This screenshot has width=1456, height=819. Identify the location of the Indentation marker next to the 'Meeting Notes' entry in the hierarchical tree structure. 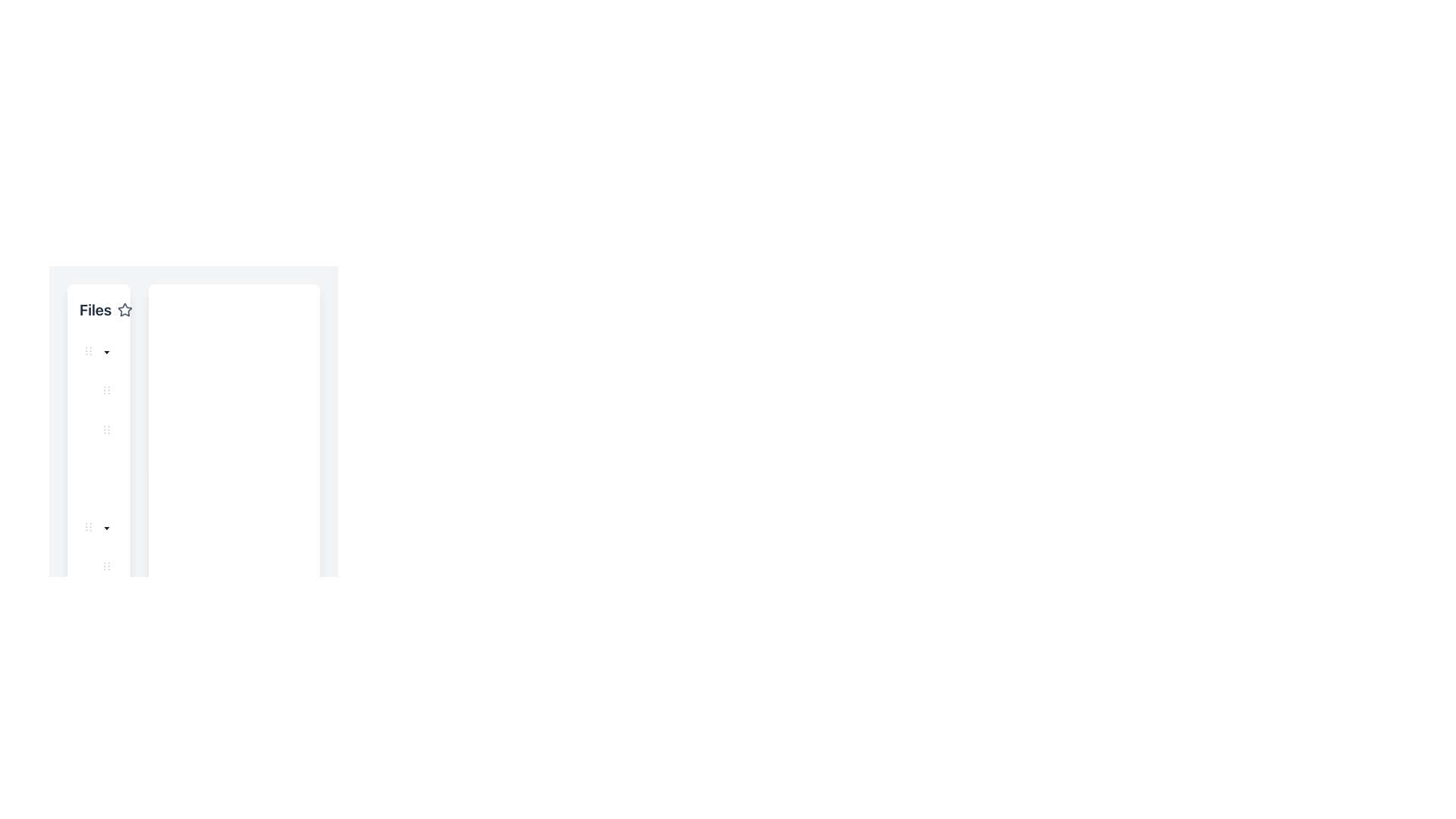
(87, 447).